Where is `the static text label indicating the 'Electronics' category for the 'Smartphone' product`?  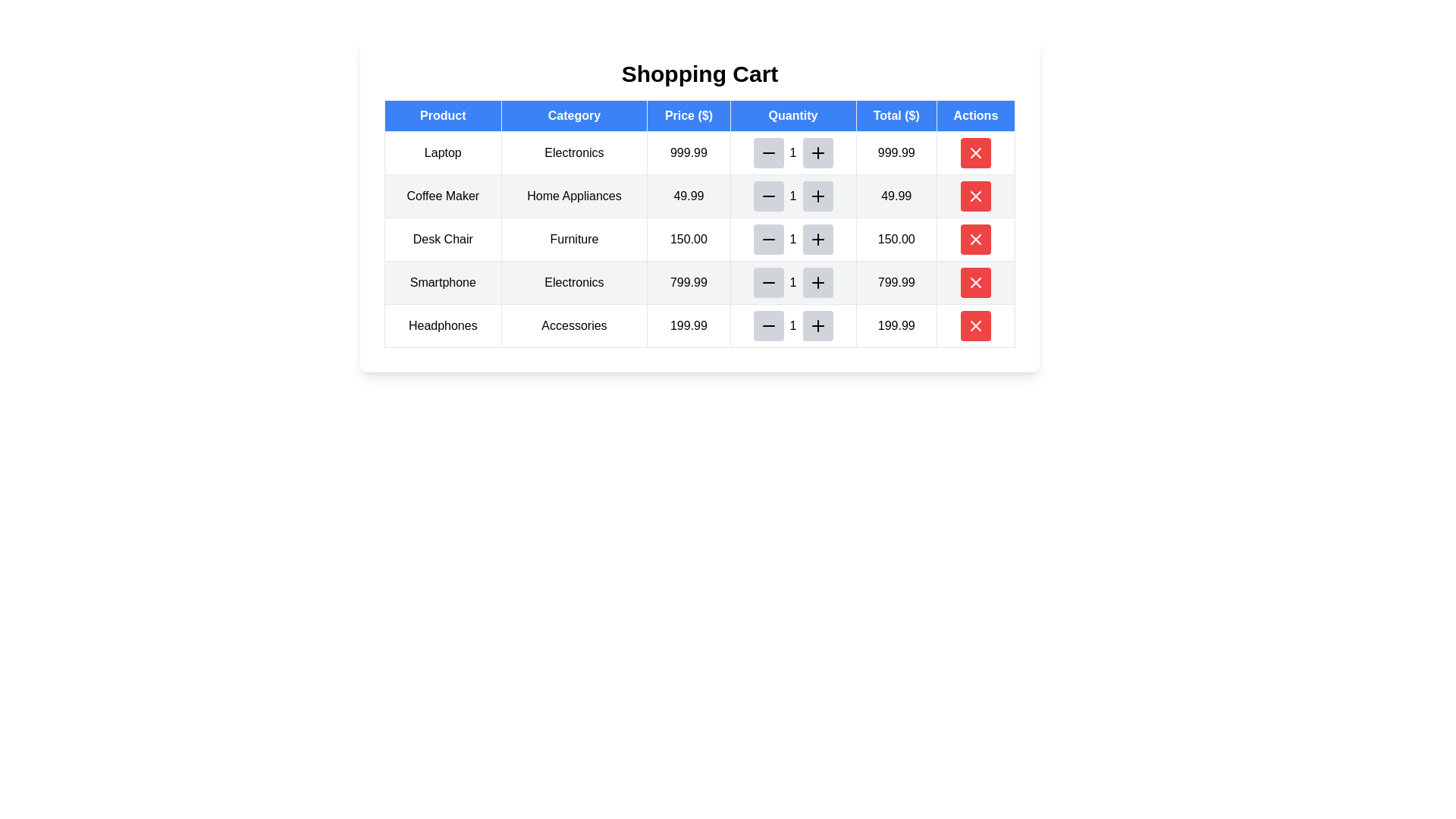
the static text label indicating the 'Electronics' category for the 'Smartphone' product is located at coordinates (573, 283).